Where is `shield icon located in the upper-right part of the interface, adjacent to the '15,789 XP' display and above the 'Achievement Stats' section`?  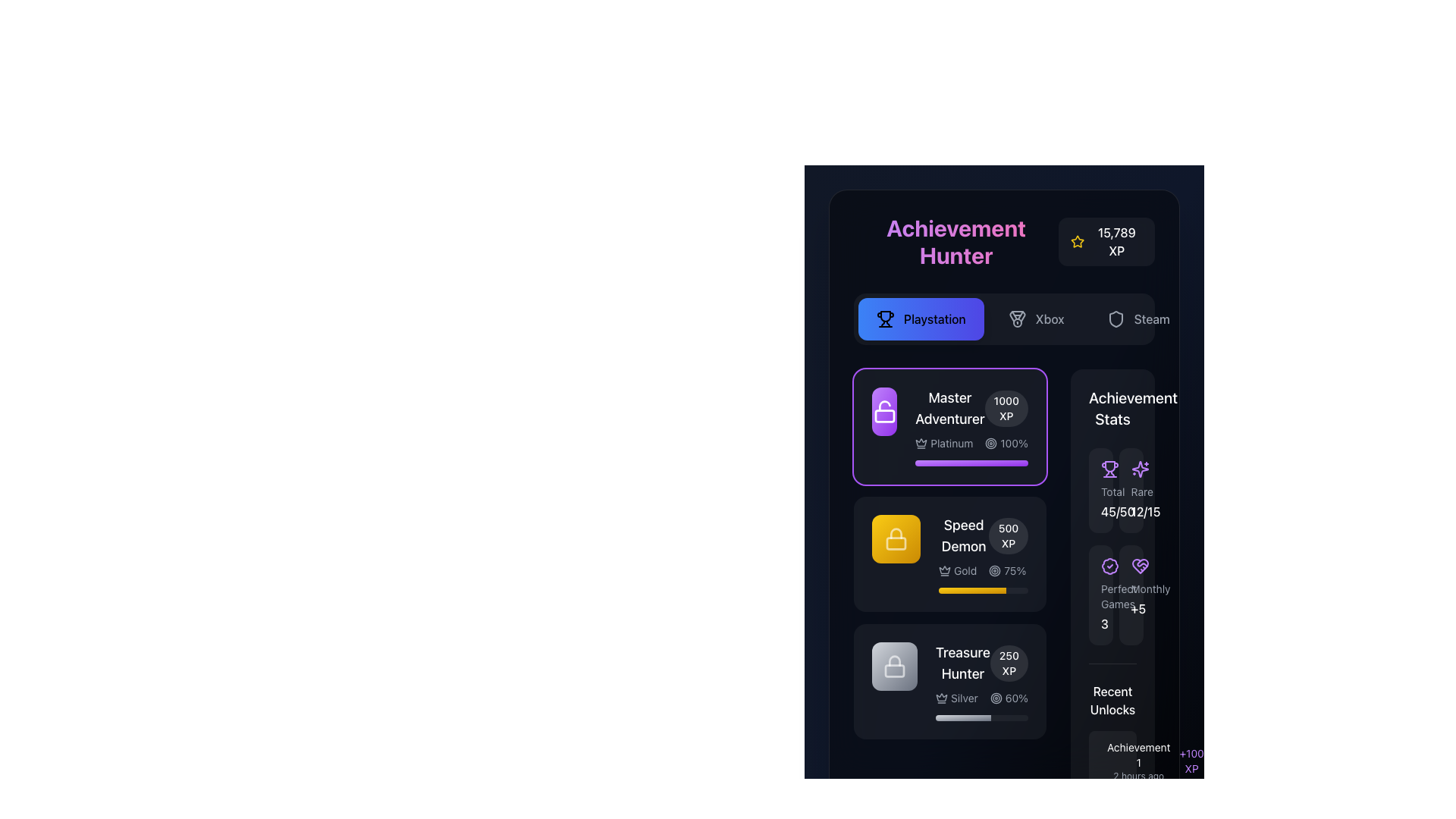
shield icon located in the upper-right part of the interface, adjacent to the '15,789 XP' display and above the 'Achievement Stats' section is located at coordinates (1116, 318).